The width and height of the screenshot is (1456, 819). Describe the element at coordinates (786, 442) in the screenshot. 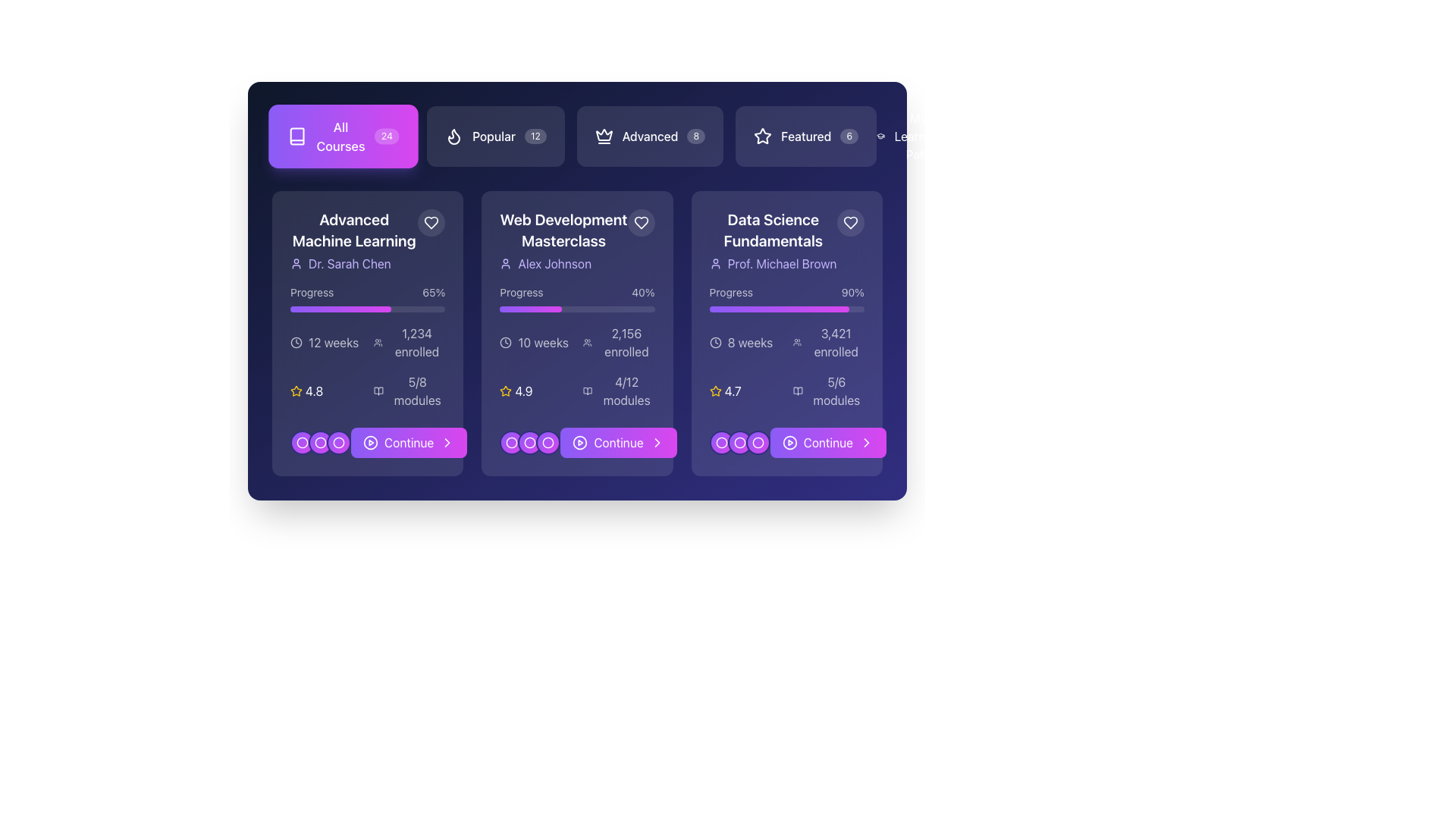

I see `the 'Continue' button located at the bottom-right corner of the 'Data Science Fundamentals' card by Prof. Michael Brown` at that location.